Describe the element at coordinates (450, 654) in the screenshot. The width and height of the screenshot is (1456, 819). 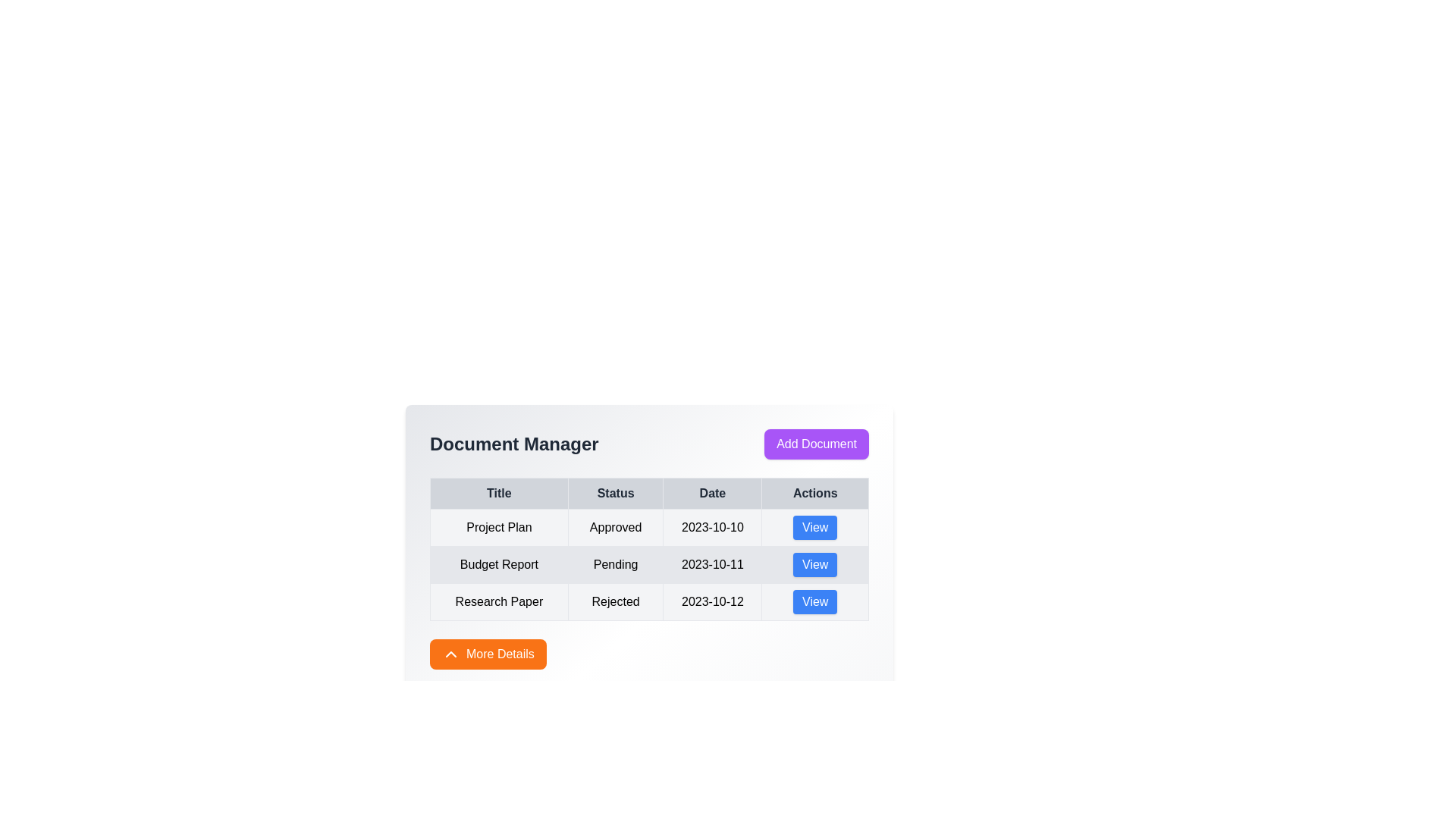
I see `the upward chevron icon on the left side of the 'More Details' orange button, positioned below the 'Document Manager' data table` at that location.